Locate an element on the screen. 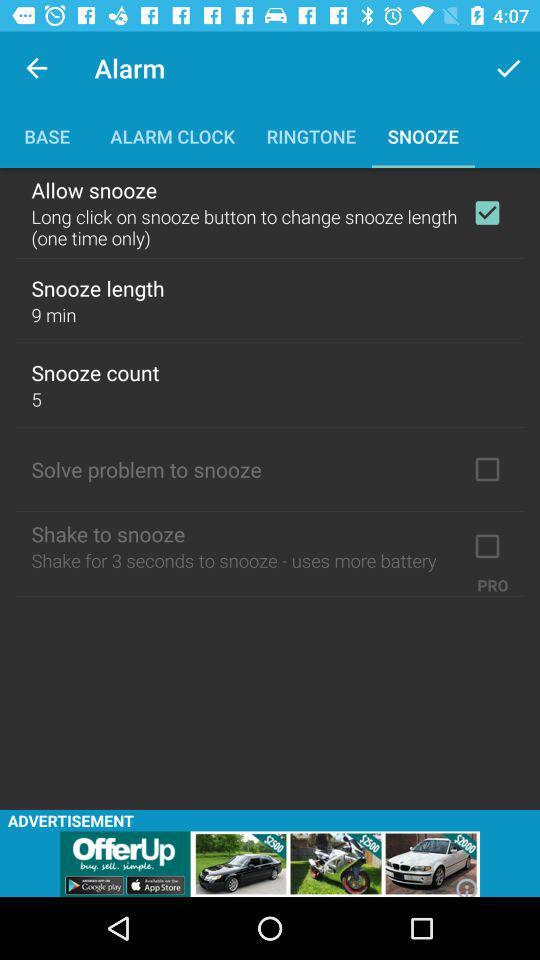  turn on shake to snooze is located at coordinates (486, 546).